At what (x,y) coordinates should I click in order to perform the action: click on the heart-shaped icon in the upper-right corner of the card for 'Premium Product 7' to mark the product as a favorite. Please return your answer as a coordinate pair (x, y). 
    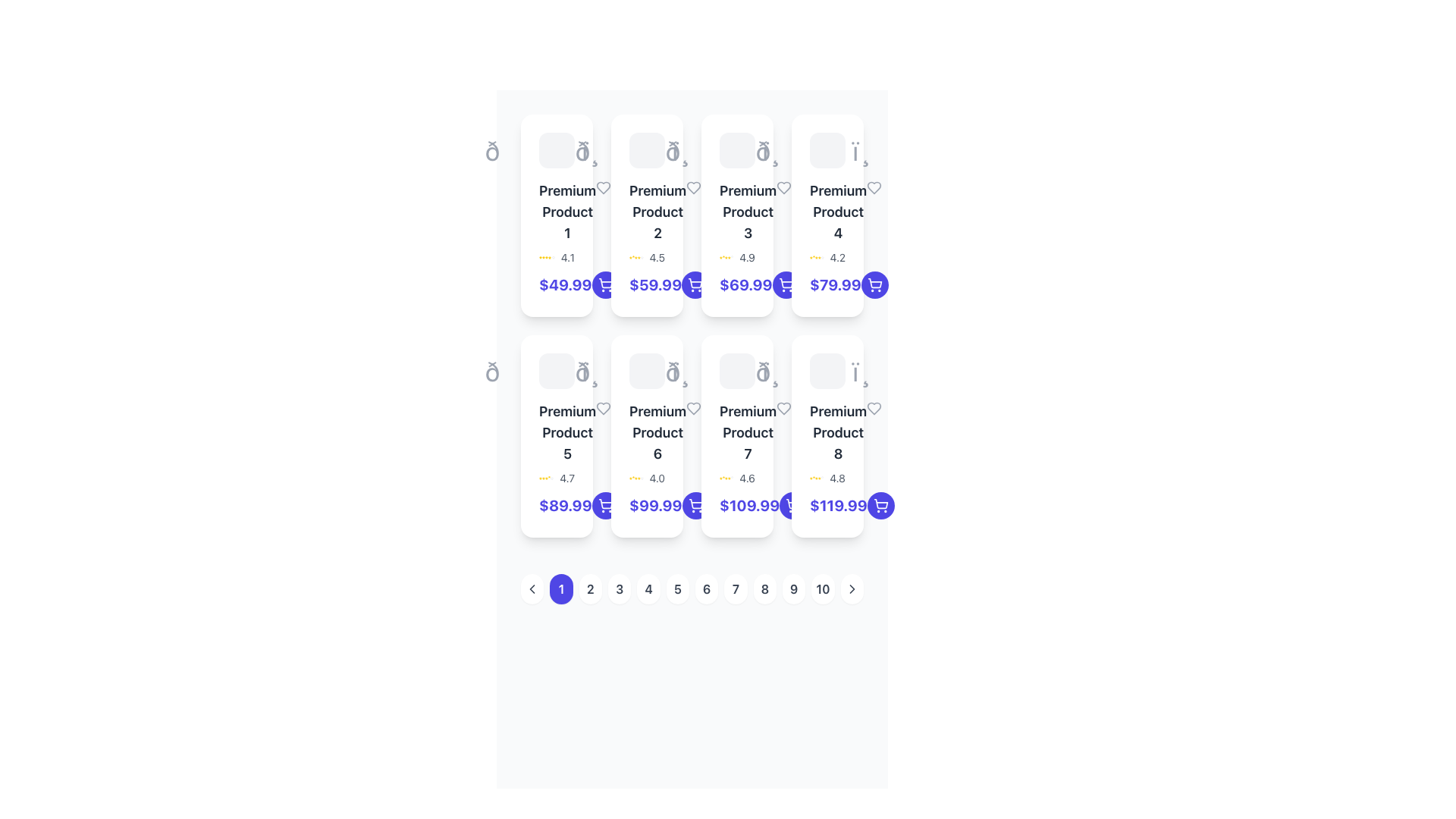
    Looking at the image, I should click on (784, 408).